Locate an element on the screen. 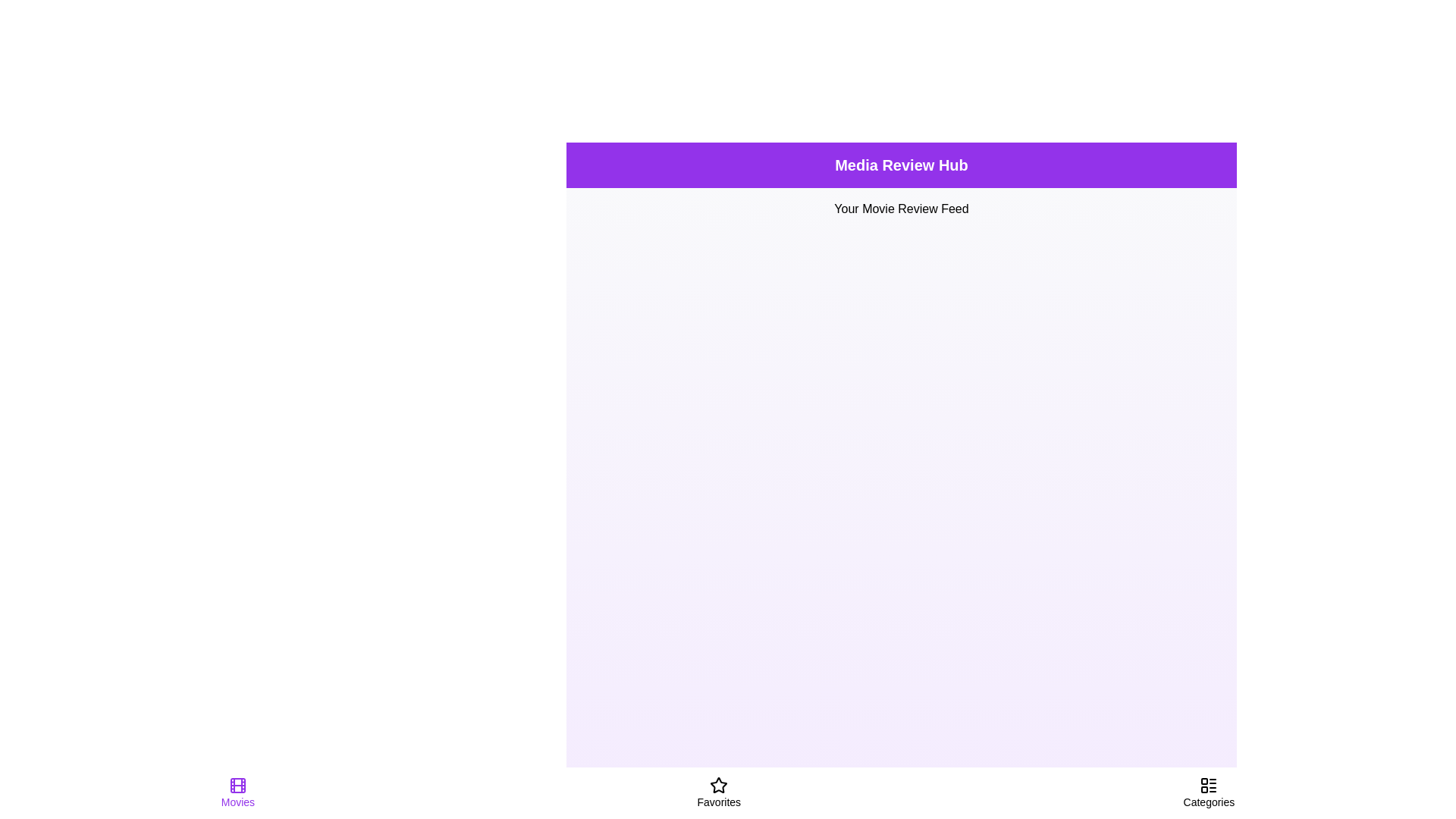  the star icon in the bottom navigation bar above the 'Favorites' label is located at coordinates (718, 785).